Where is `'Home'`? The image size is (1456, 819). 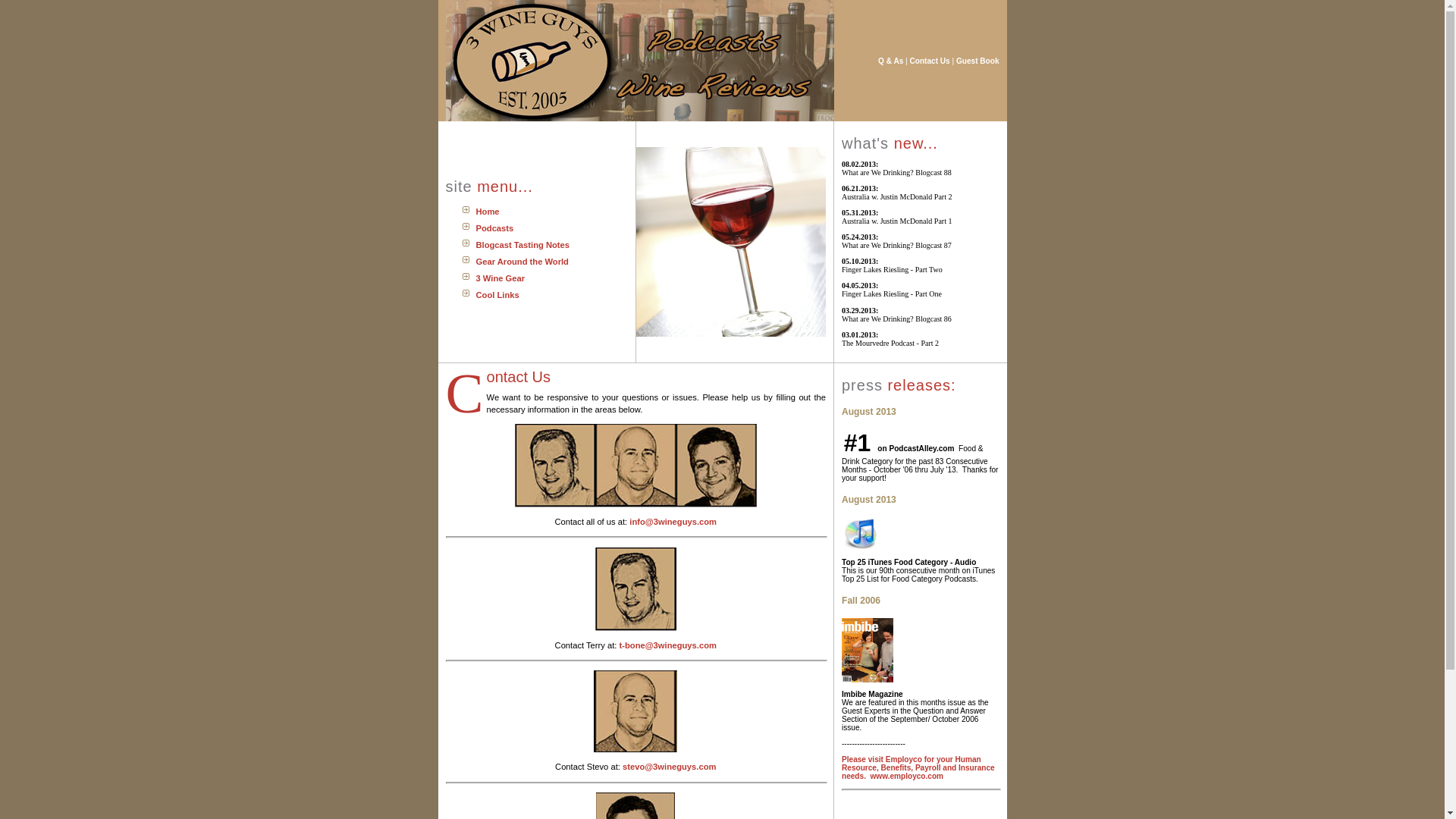
'Home' is located at coordinates (488, 211).